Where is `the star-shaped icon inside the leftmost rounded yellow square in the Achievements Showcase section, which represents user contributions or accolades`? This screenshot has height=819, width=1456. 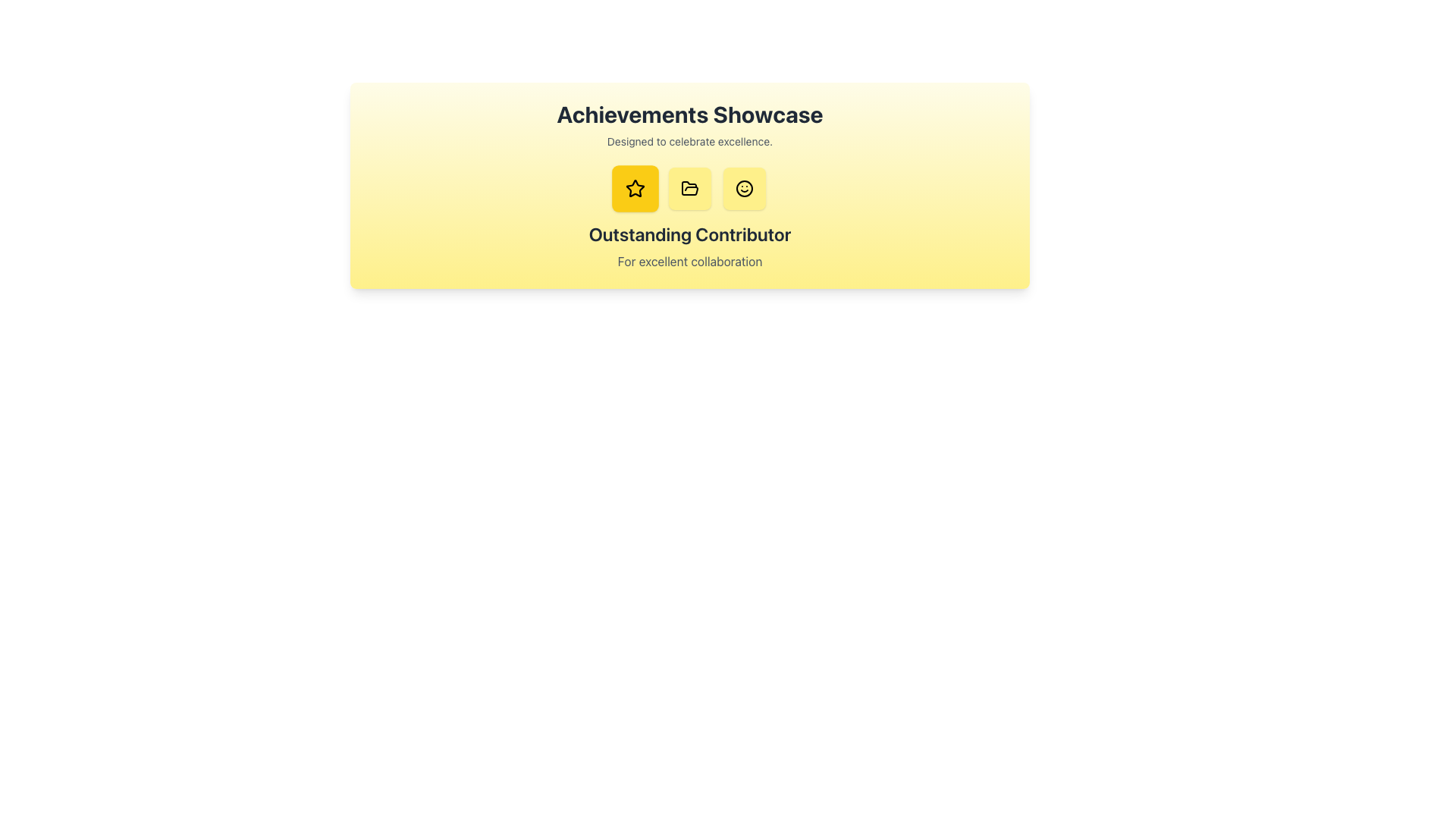
the star-shaped icon inside the leftmost rounded yellow square in the Achievements Showcase section, which represents user contributions or accolades is located at coordinates (635, 187).